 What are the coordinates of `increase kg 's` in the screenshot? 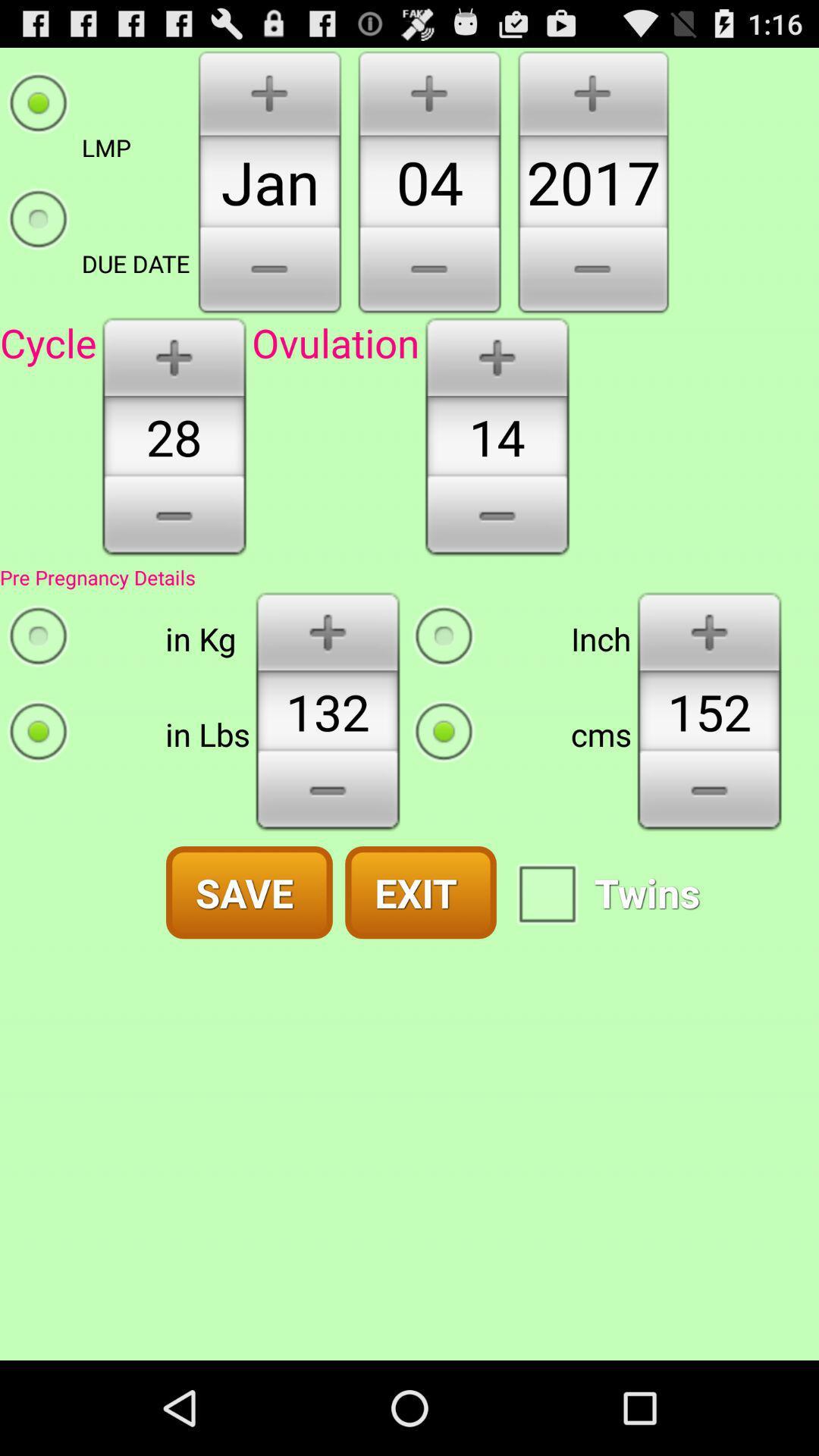 It's located at (327, 630).